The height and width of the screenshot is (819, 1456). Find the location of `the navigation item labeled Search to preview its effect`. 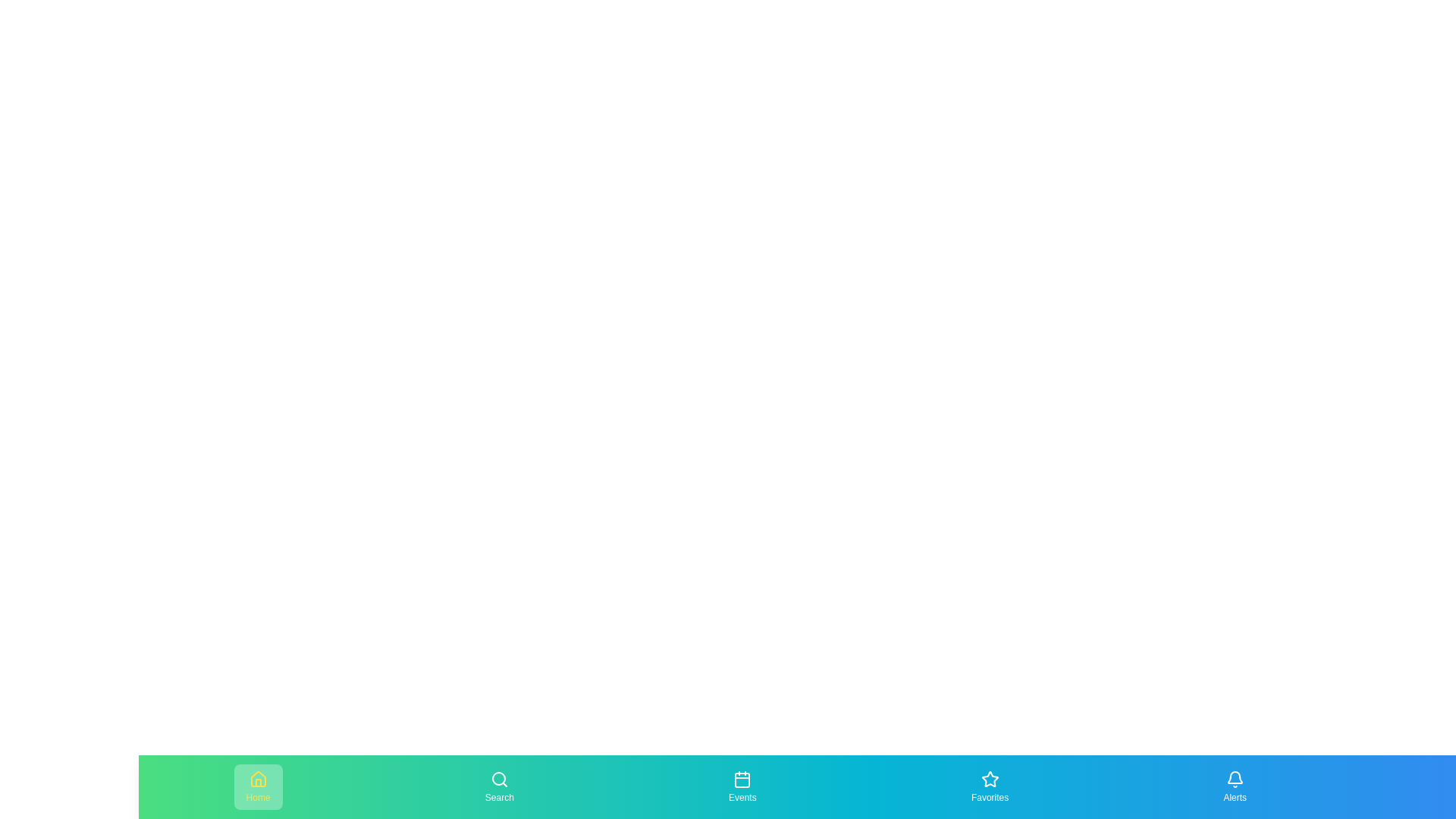

the navigation item labeled Search to preview its effect is located at coordinates (499, 786).